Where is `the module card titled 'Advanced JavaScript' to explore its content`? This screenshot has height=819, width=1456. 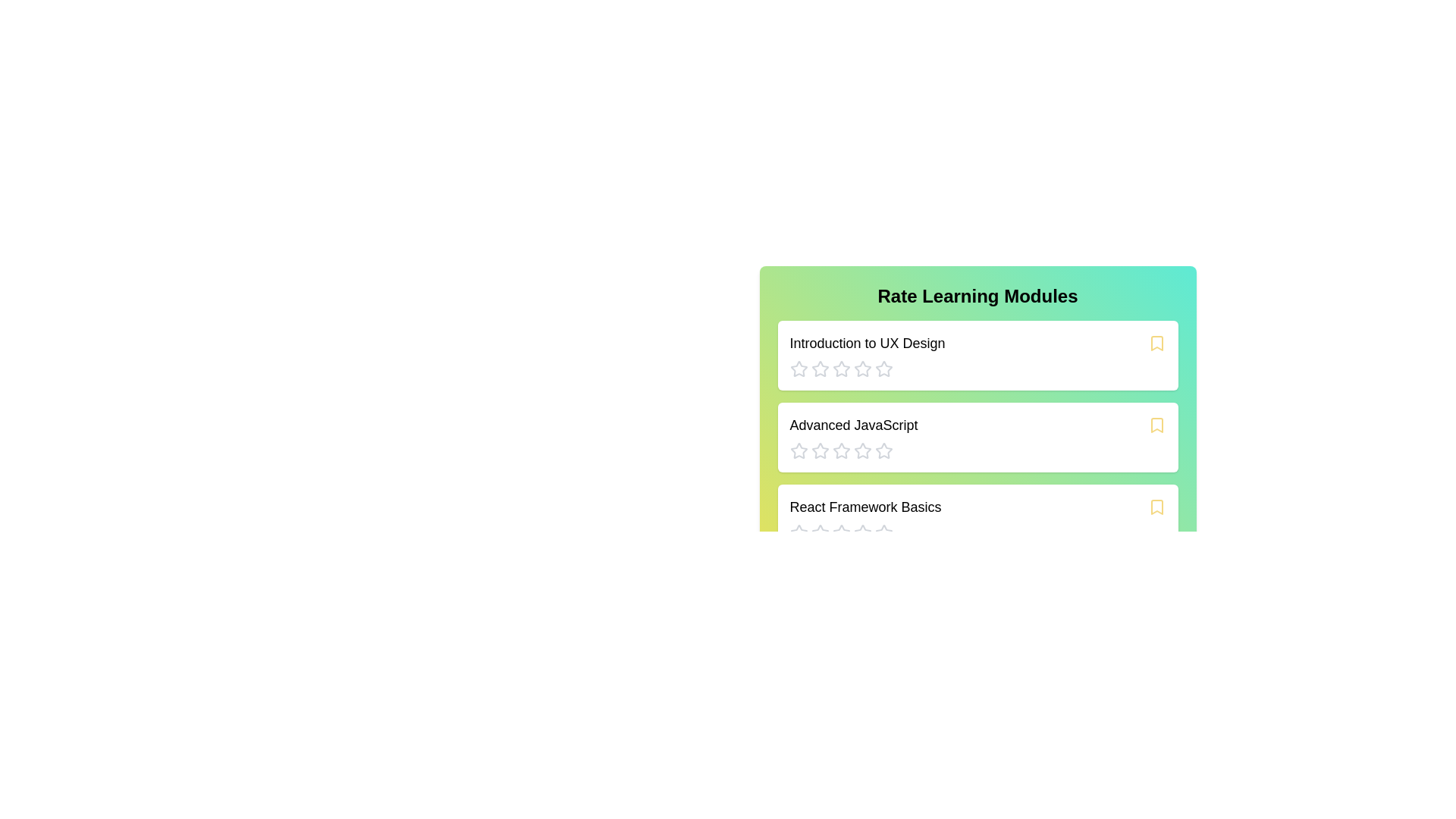 the module card titled 'Advanced JavaScript' to explore its content is located at coordinates (977, 438).